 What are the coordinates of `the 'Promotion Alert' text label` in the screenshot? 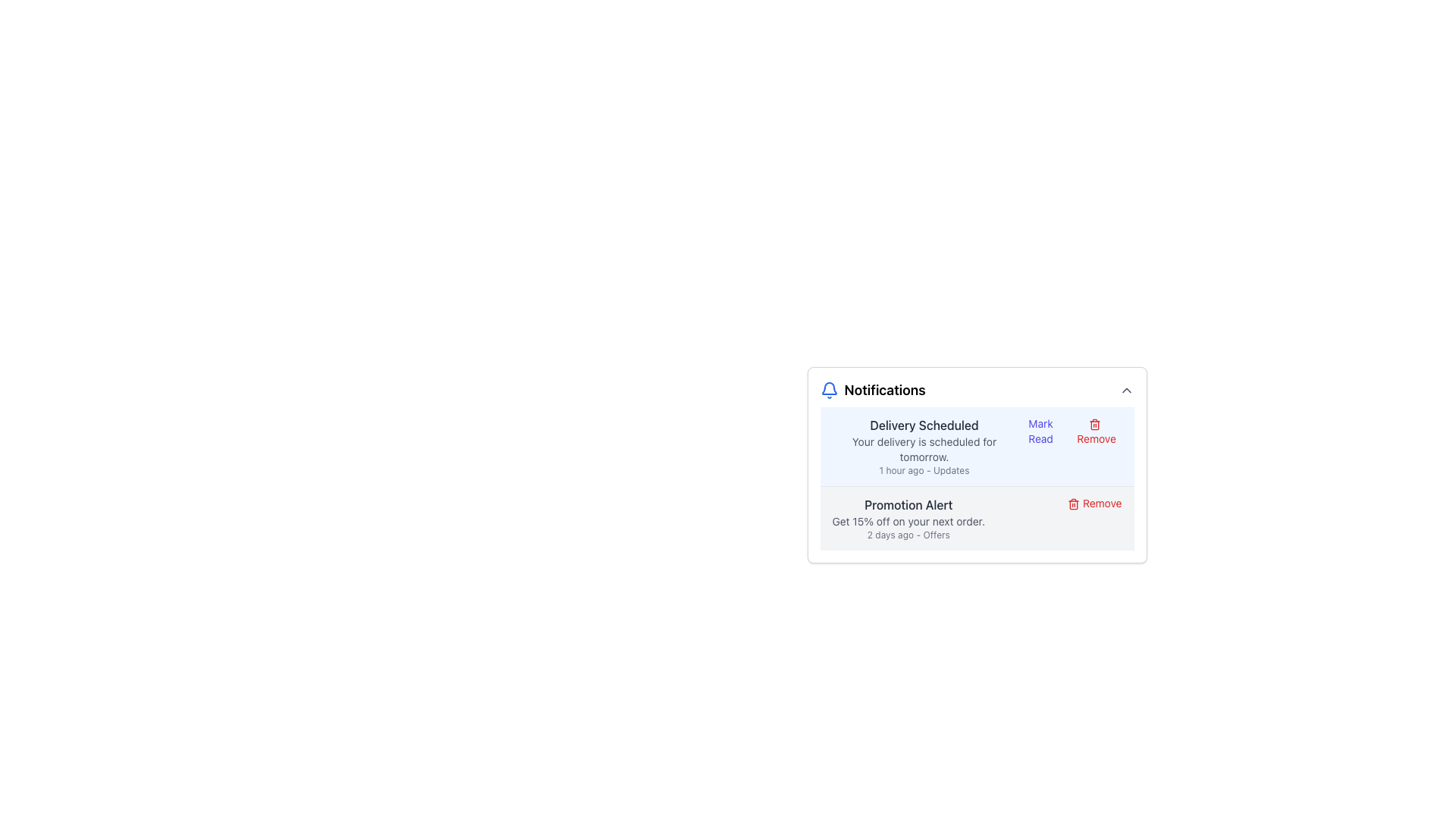 It's located at (908, 505).